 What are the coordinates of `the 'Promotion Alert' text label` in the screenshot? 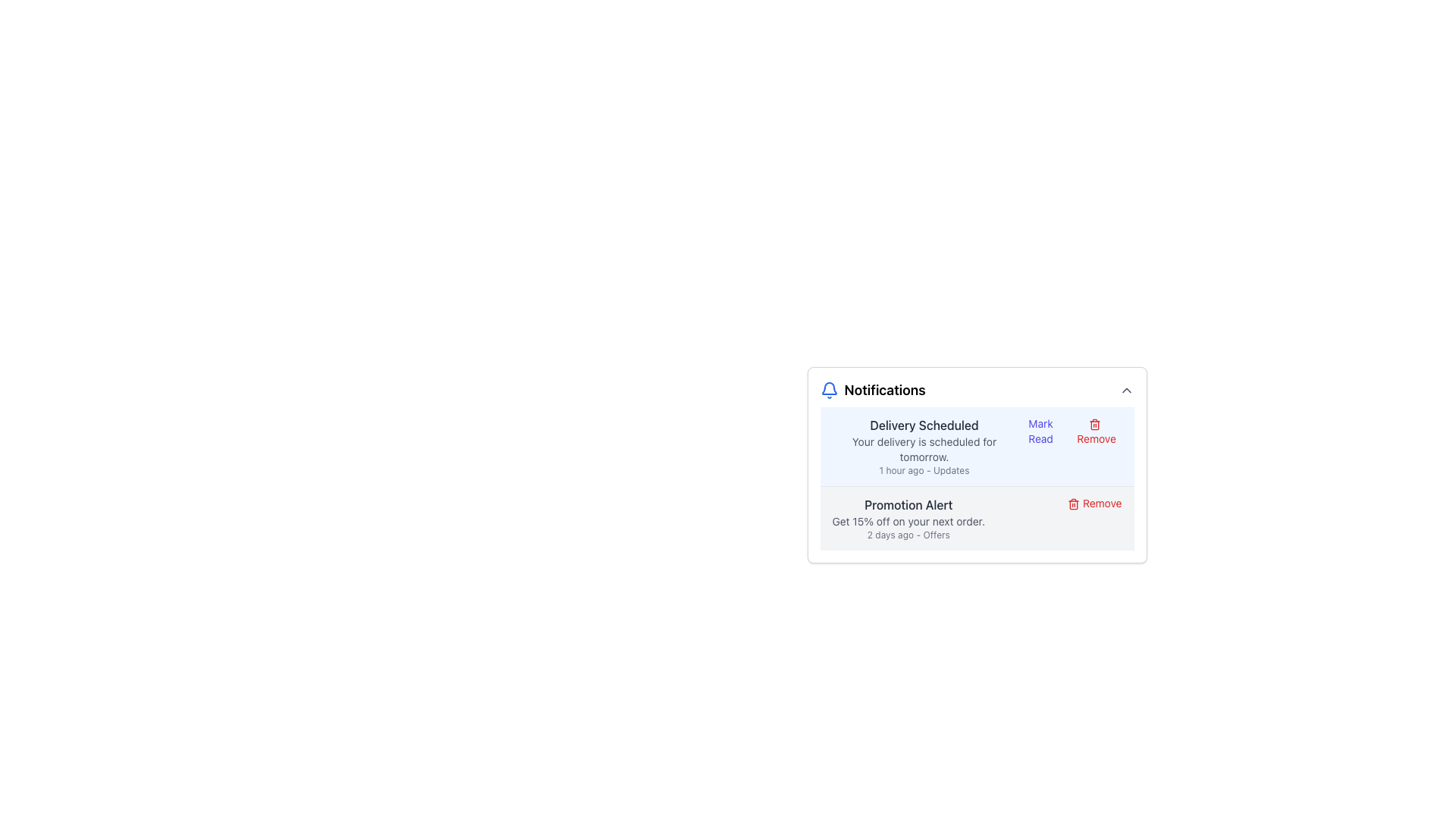 It's located at (908, 505).